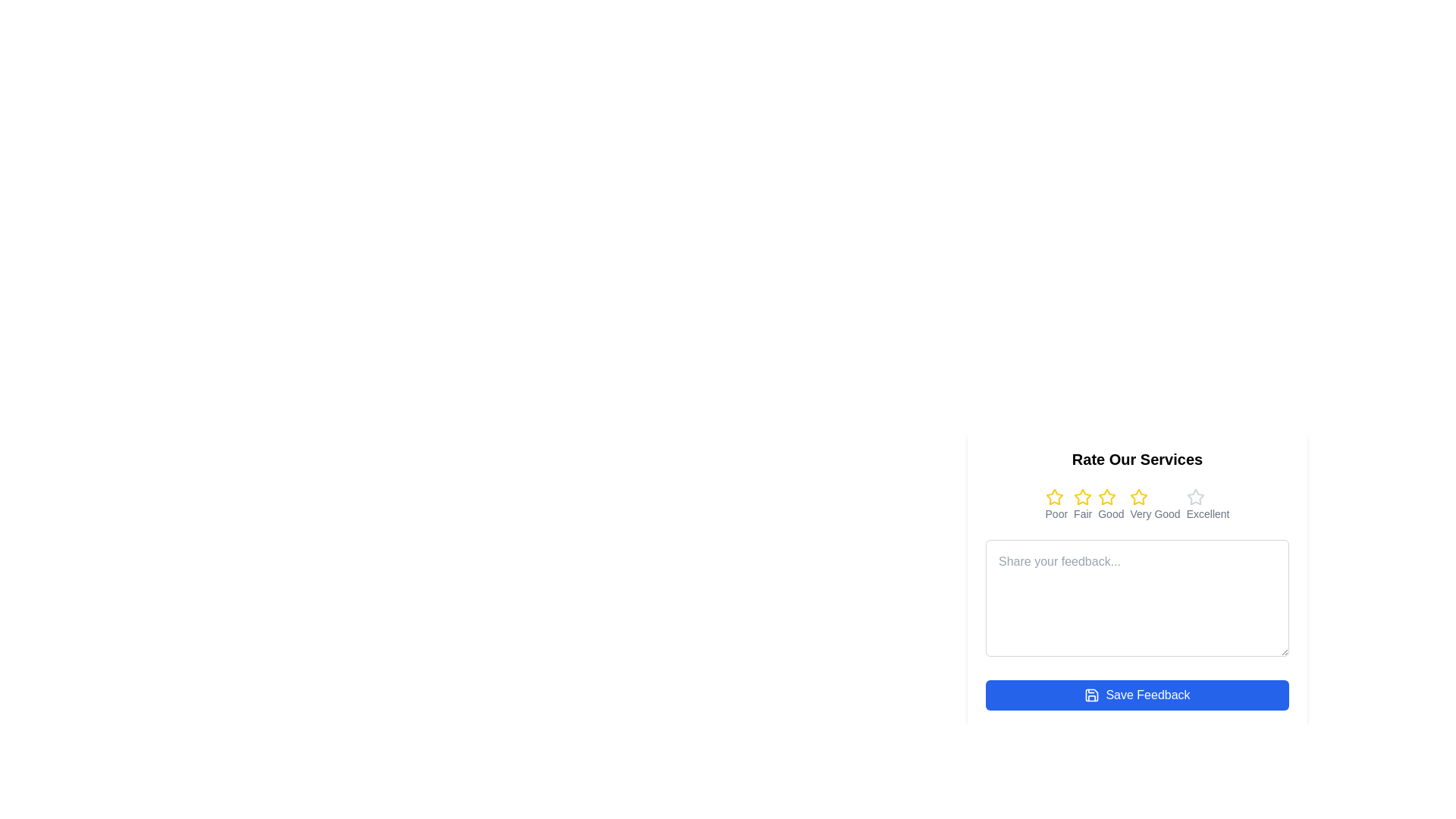  I want to click on the save icon, which is a blue floppy disk icon located on the right side of the 'Save Feedback' button at the bottom of the feedback form, so click(1092, 695).